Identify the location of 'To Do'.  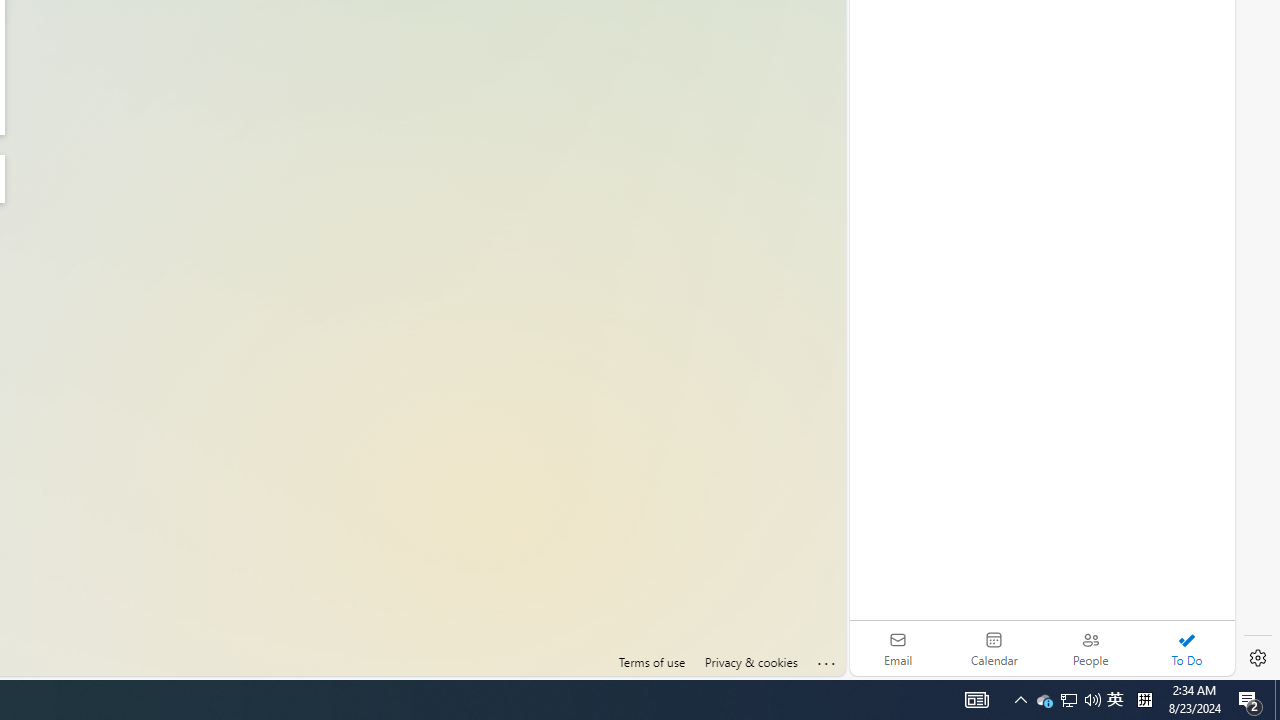
(1186, 648).